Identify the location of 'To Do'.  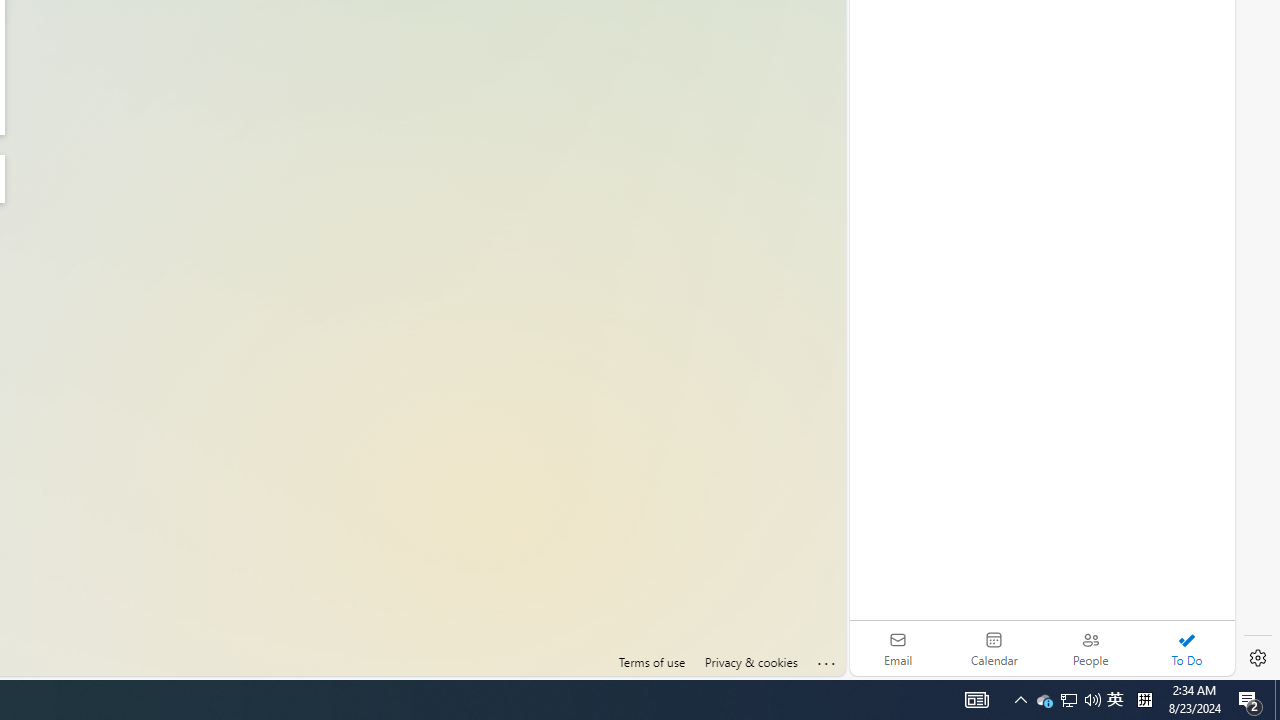
(1186, 648).